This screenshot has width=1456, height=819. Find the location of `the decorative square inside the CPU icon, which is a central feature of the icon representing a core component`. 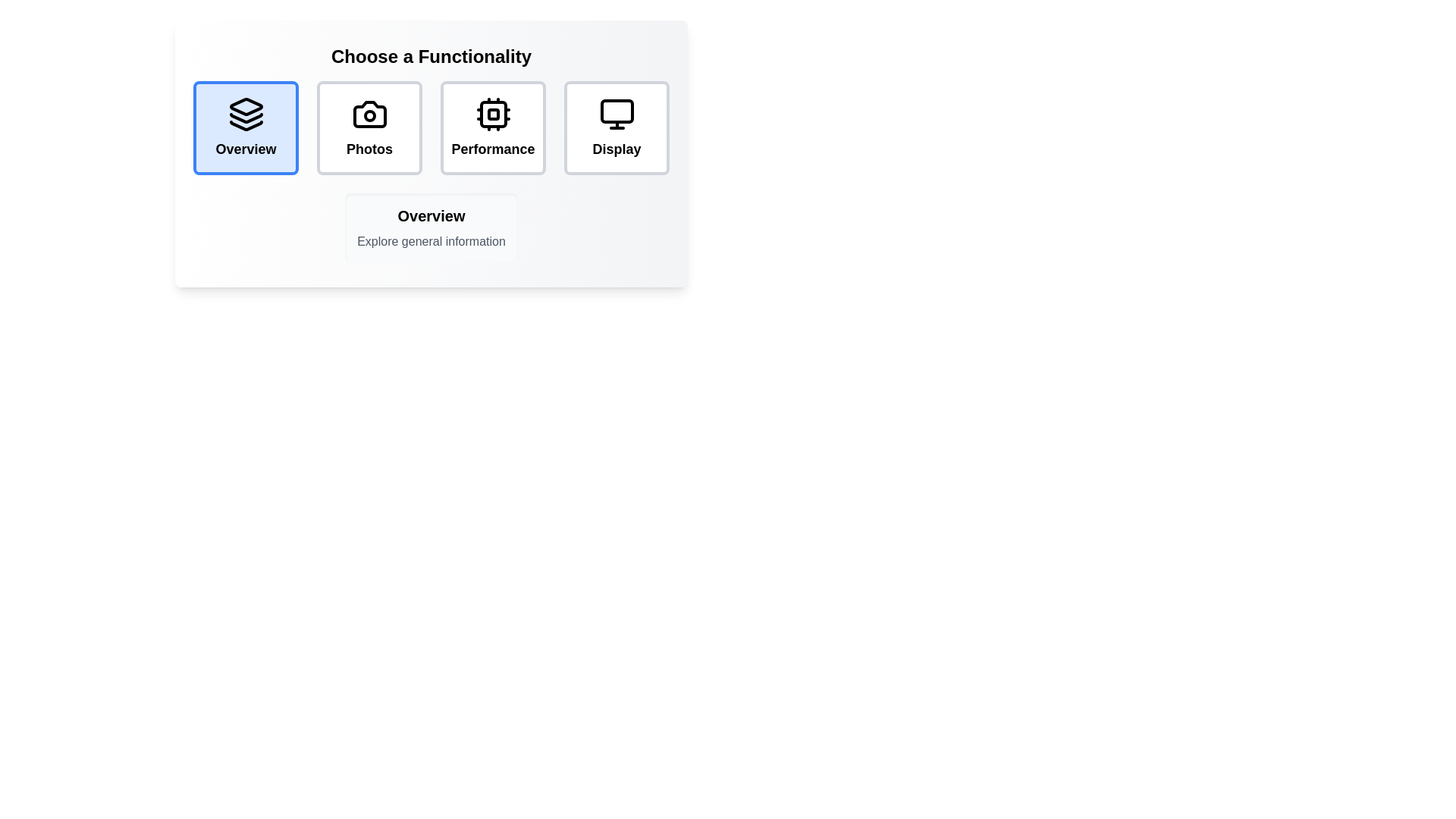

the decorative square inside the CPU icon, which is a central feature of the icon representing a core component is located at coordinates (493, 113).